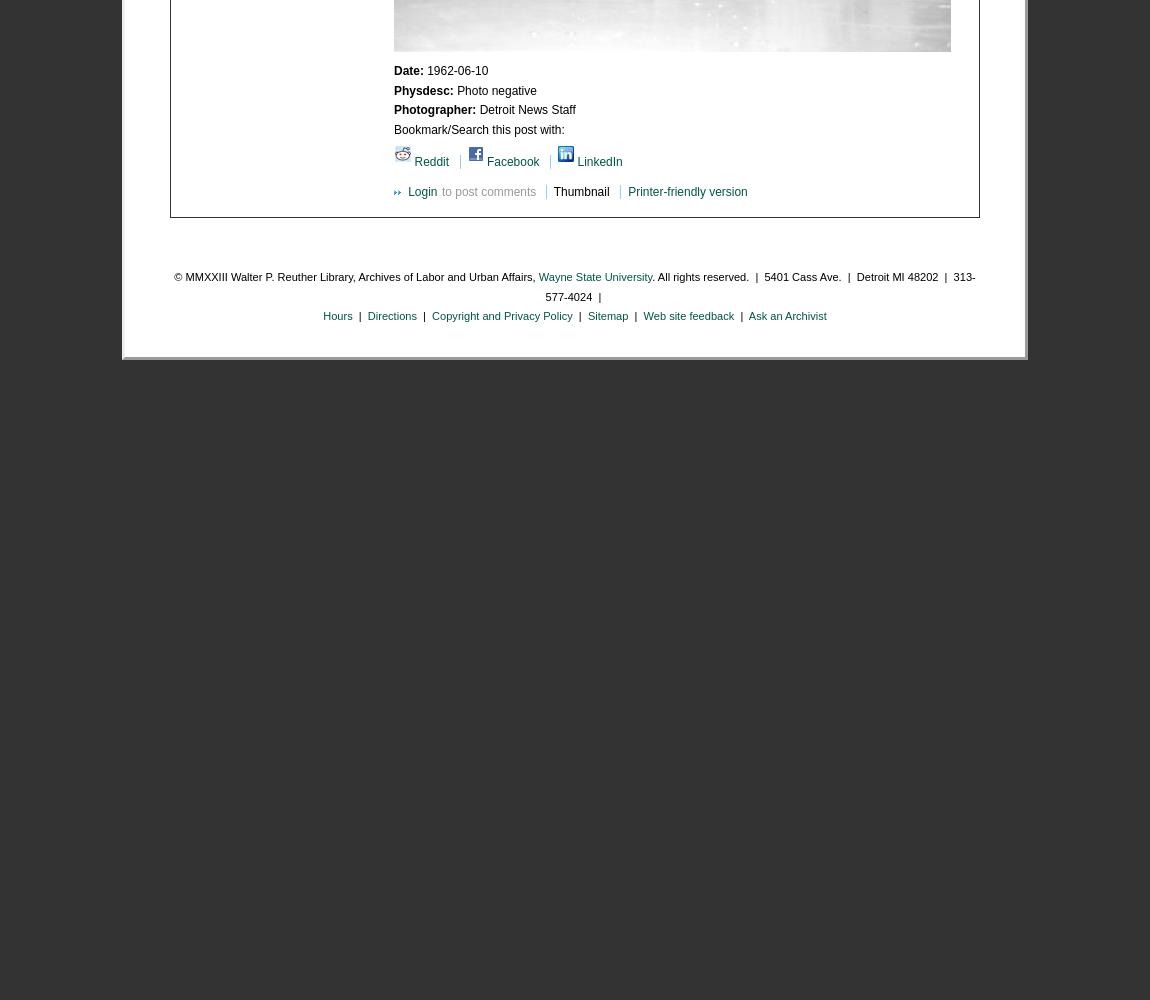  What do you see at coordinates (527, 109) in the screenshot?
I see `'Detroit News Staff'` at bounding box center [527, 109].